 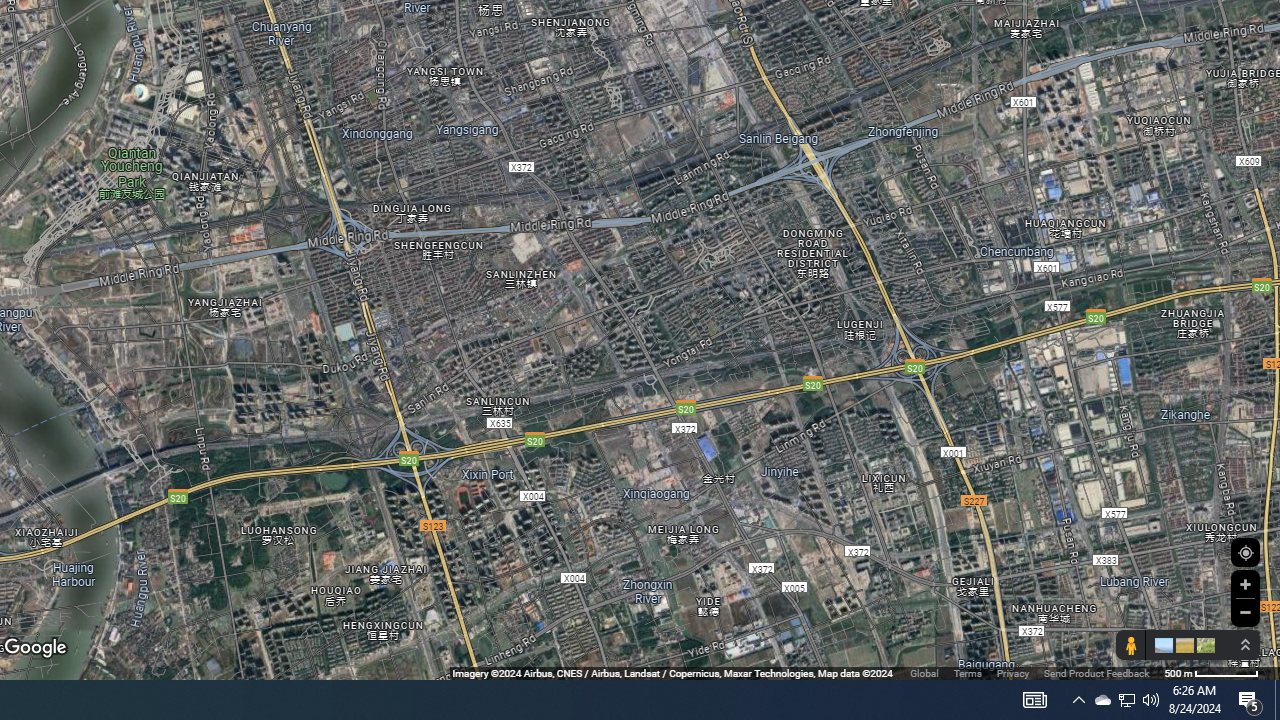 I want to click on 'Send Product Feedback', so click(x=1095, y=673).